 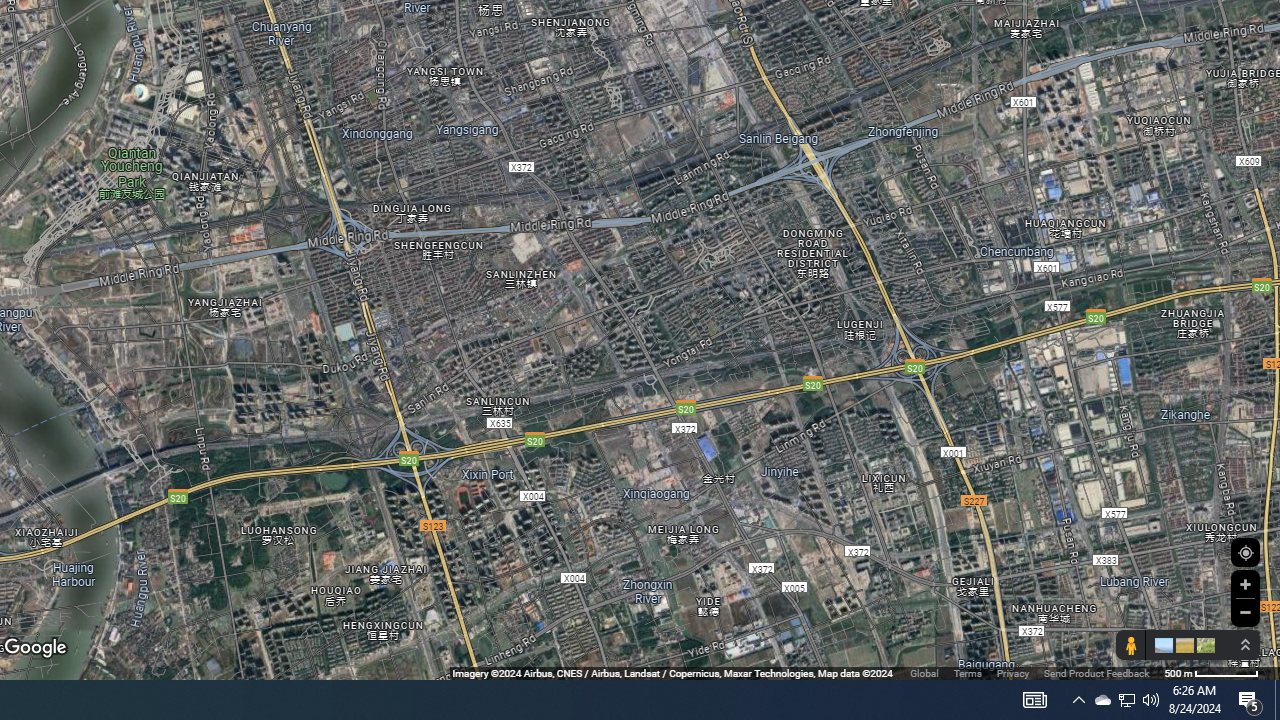 I want to click on 'Send Product Feedback', so click(x=1095, y=673).